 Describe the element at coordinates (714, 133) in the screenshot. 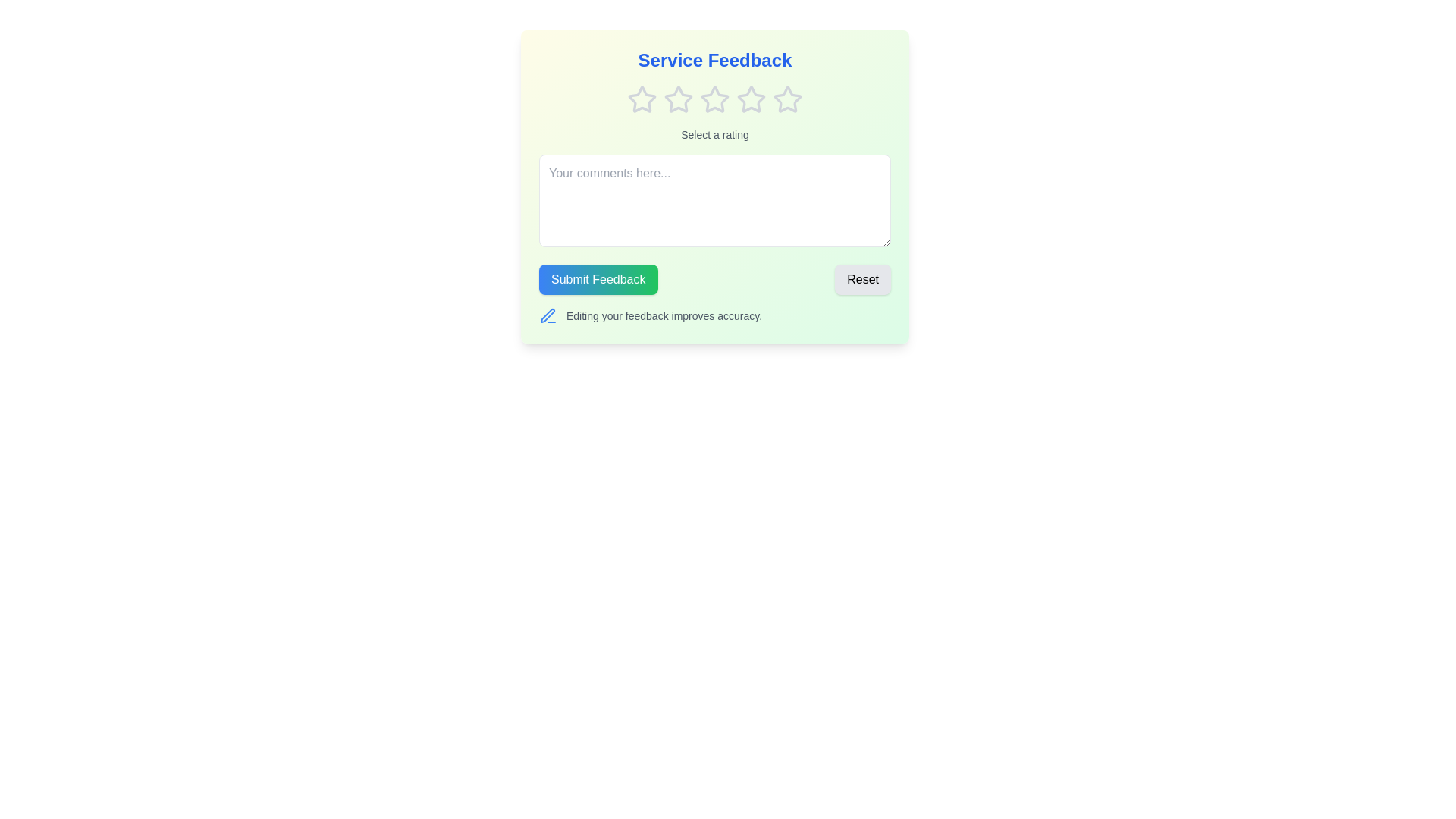

I see `the text label that provides instructions for selecting a rating using the stars displayed above it` at that location.